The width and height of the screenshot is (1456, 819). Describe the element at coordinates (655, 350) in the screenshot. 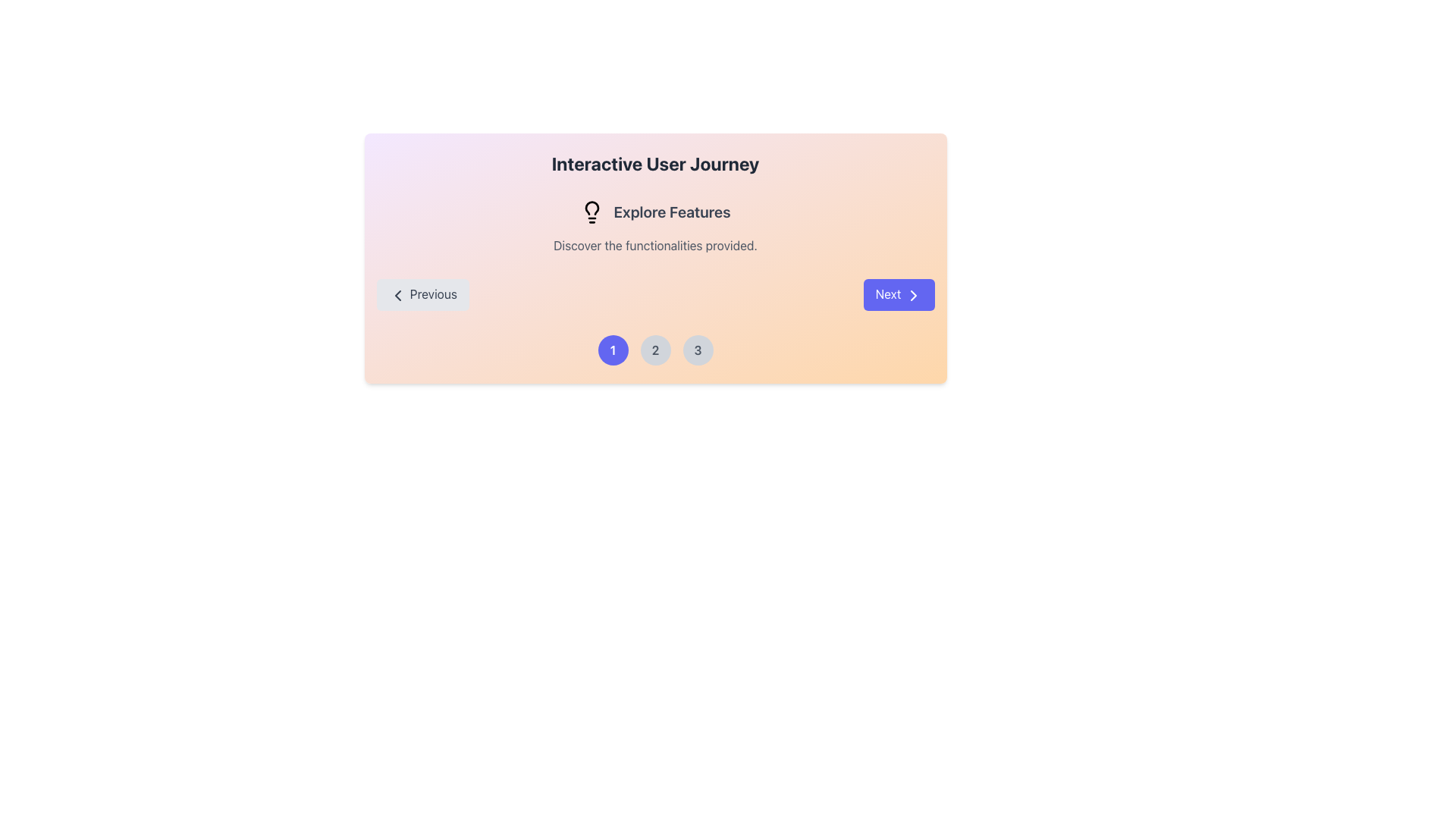

I see `the second circular button in the horizontal row under the 'Explore Features' header` at that location.